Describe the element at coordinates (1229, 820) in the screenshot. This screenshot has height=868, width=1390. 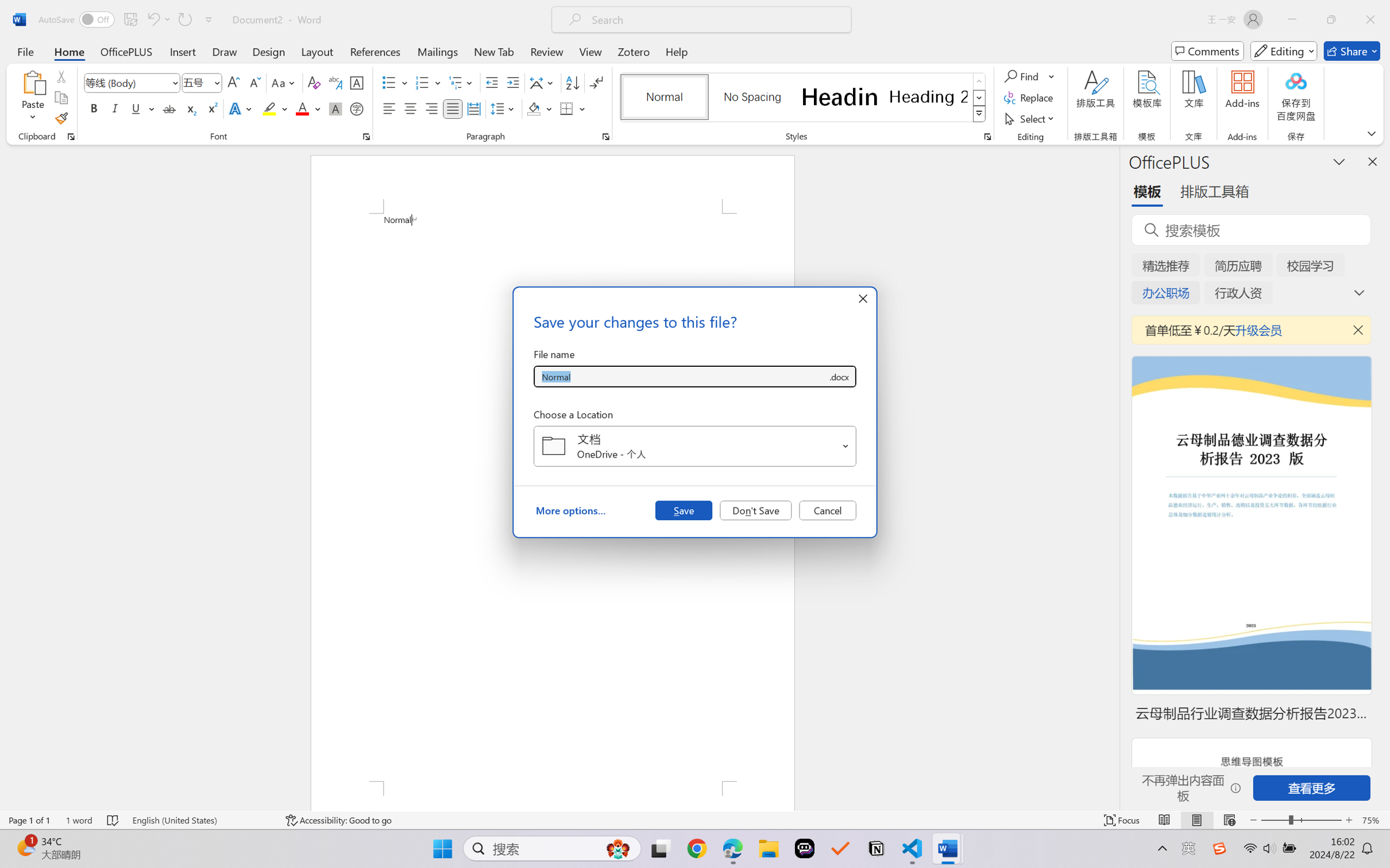
I see `'Web Layout'` at that location.